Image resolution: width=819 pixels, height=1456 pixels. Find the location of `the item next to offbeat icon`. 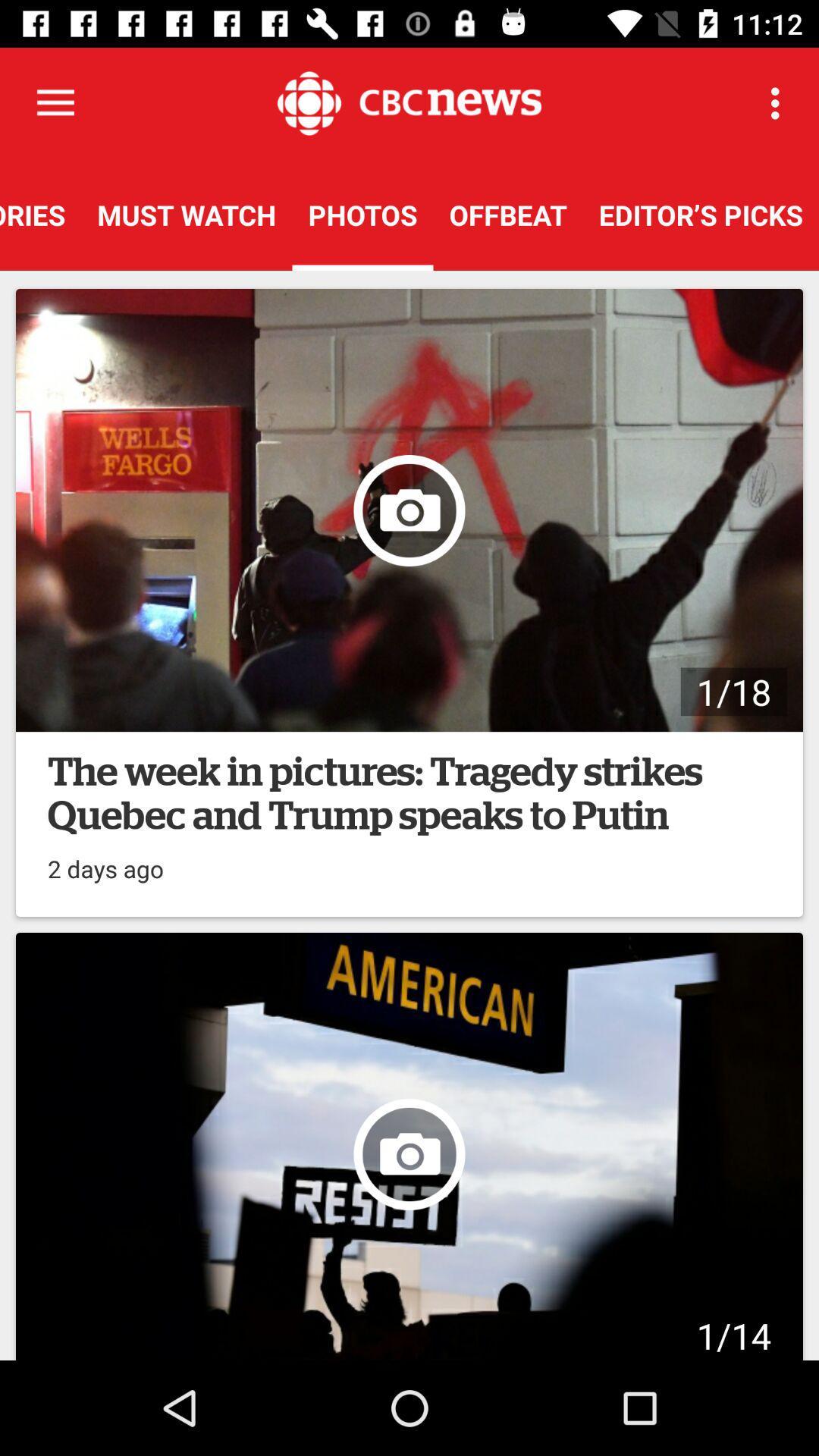

the item next to offbeat icon is located at coordinates (779, 102).